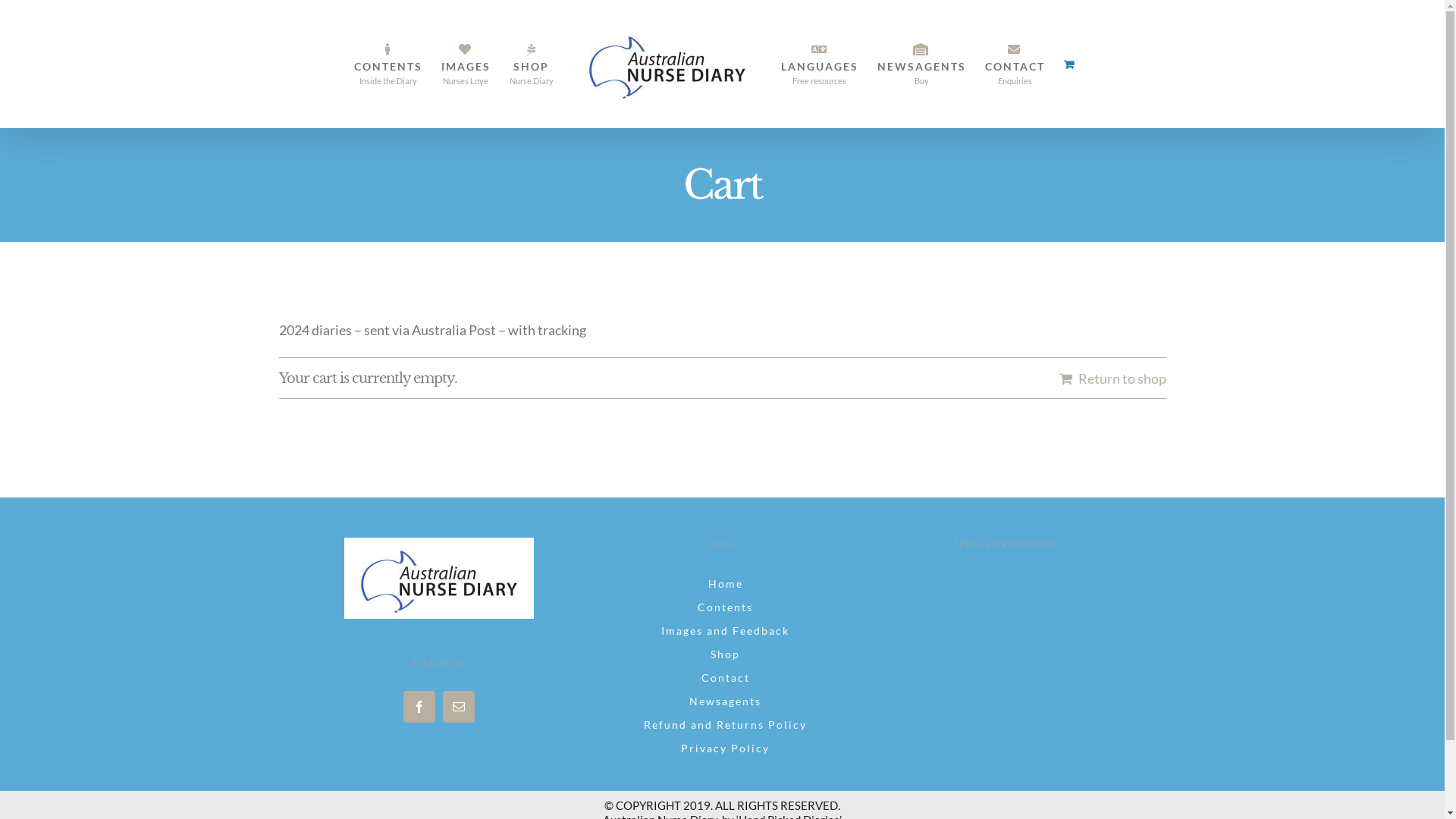 The height and width of the screenshot is (819, 1456). Describe the element at coordinates (531, 63) in the screenshot. I see `'SHOP` at that location.